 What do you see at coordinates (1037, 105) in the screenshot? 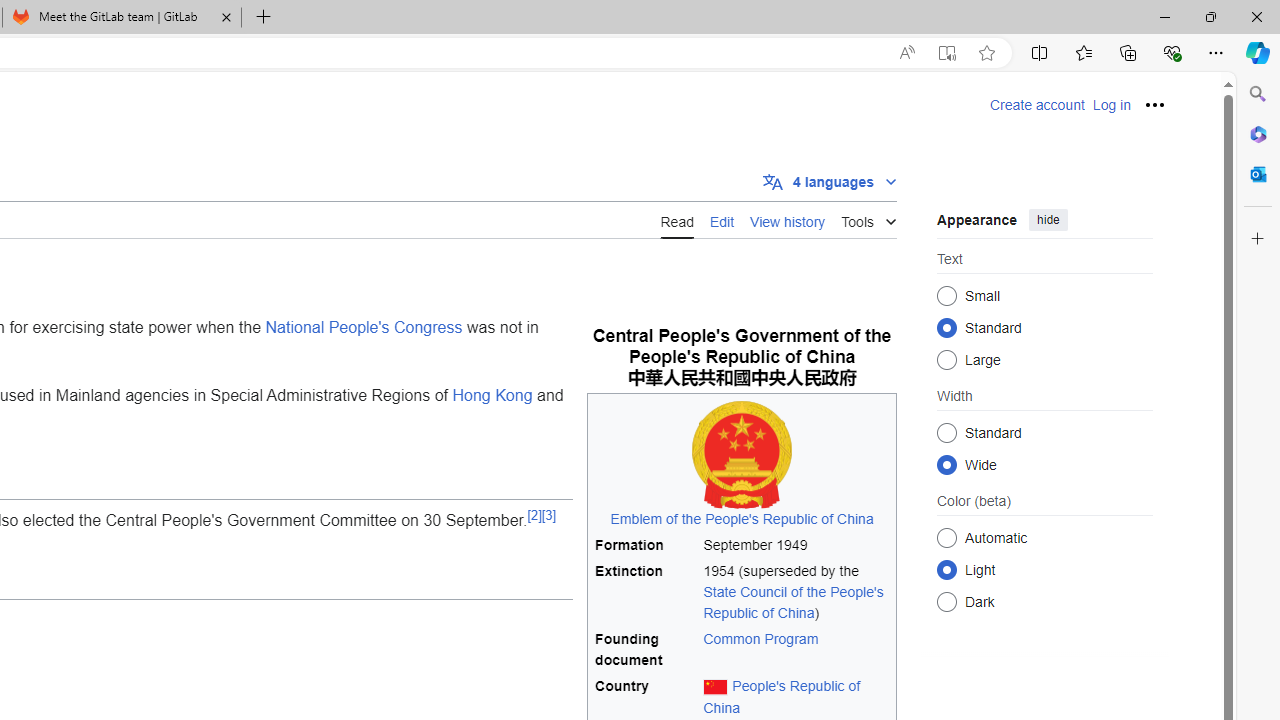
I see `'Create account'` at bounding box center [1037, 105].